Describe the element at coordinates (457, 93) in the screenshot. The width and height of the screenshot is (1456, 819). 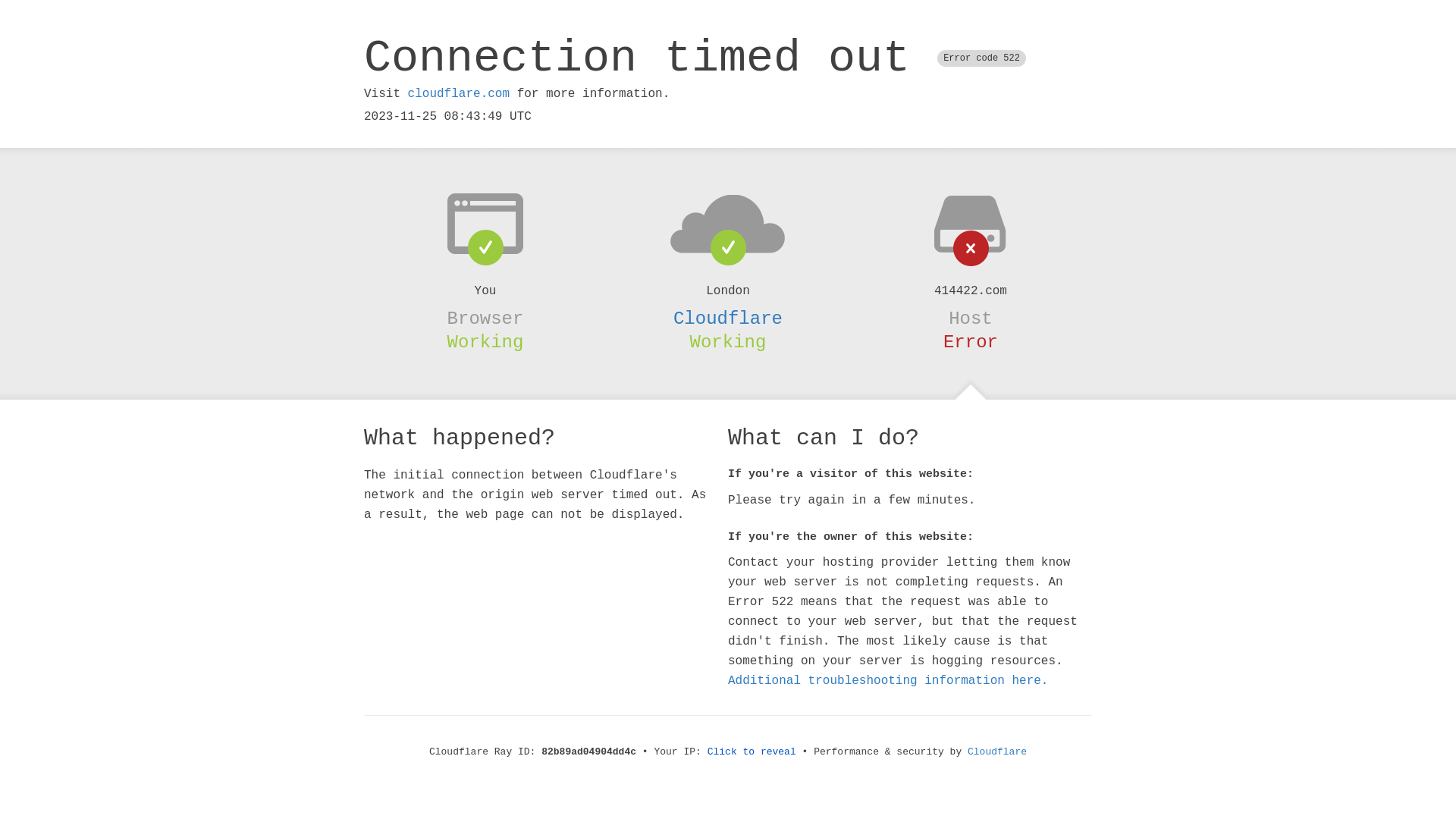
I see `'cloudflare.com'` at that location.